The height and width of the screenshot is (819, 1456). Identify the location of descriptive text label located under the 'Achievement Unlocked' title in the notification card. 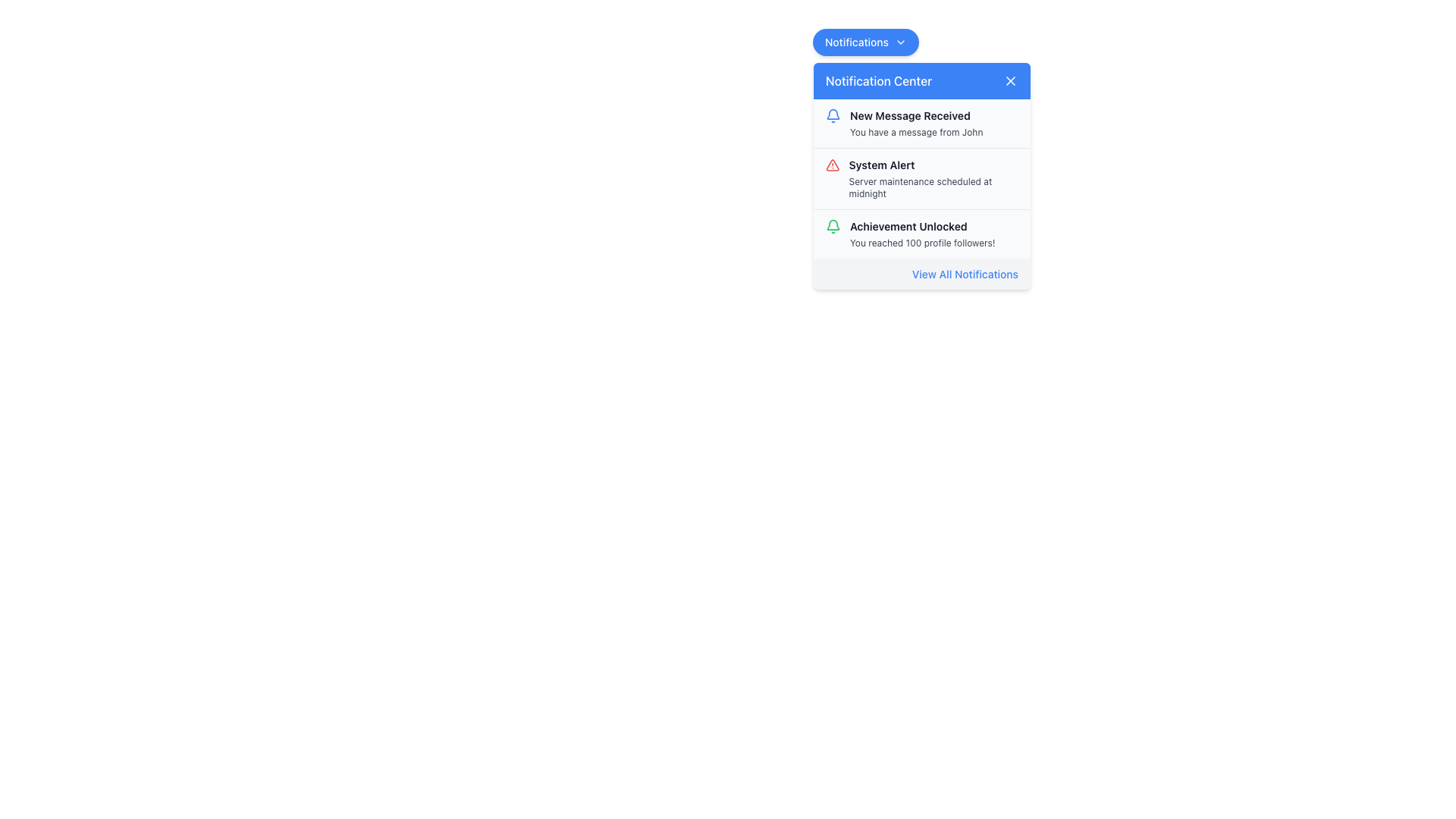
(921, 242).